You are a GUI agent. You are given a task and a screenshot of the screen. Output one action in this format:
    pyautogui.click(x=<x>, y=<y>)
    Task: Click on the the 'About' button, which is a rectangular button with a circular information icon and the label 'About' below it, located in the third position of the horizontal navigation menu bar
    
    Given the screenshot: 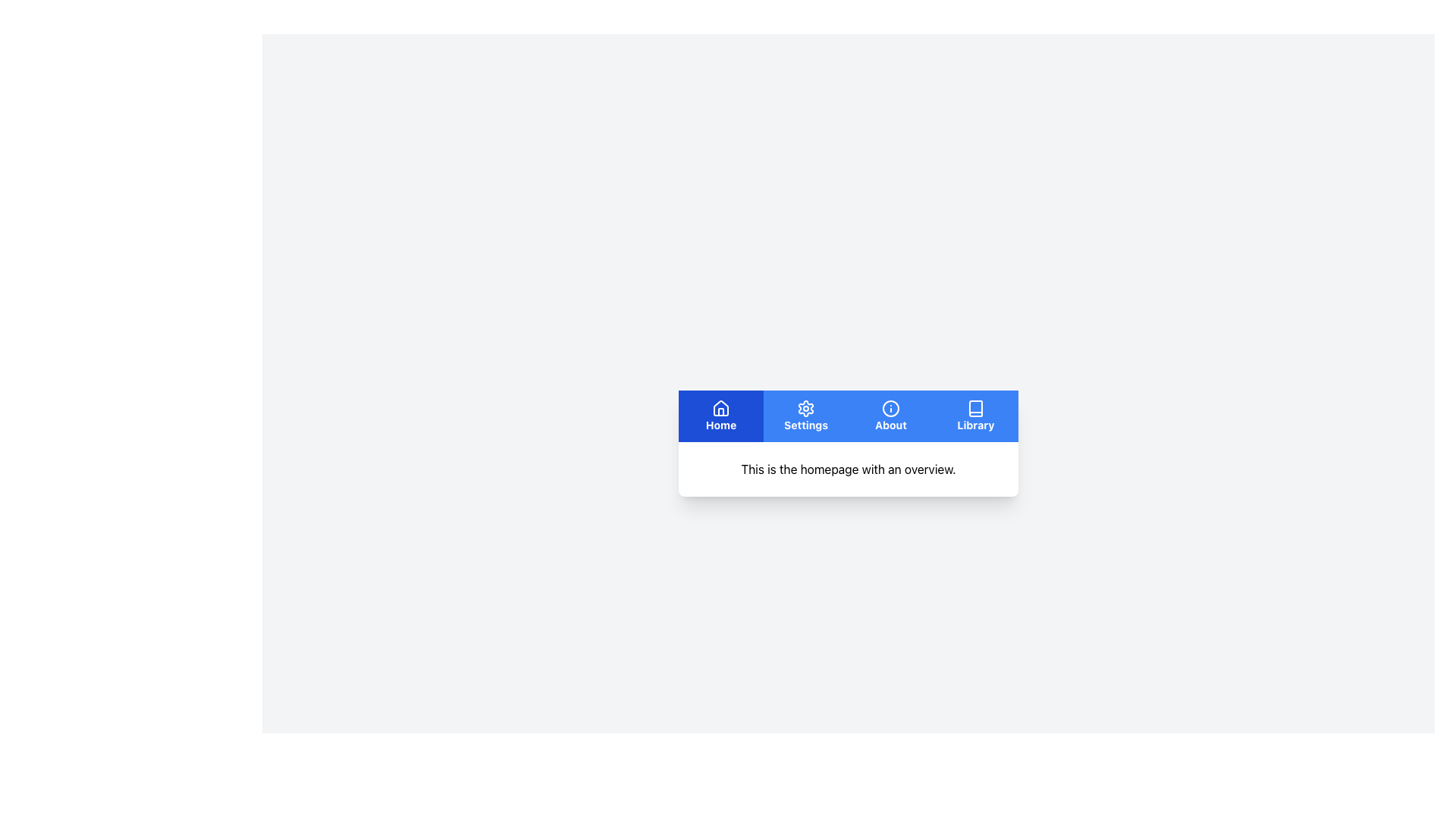 What is the action you would take?
    pyautogui.click(x=891, y=416)
    